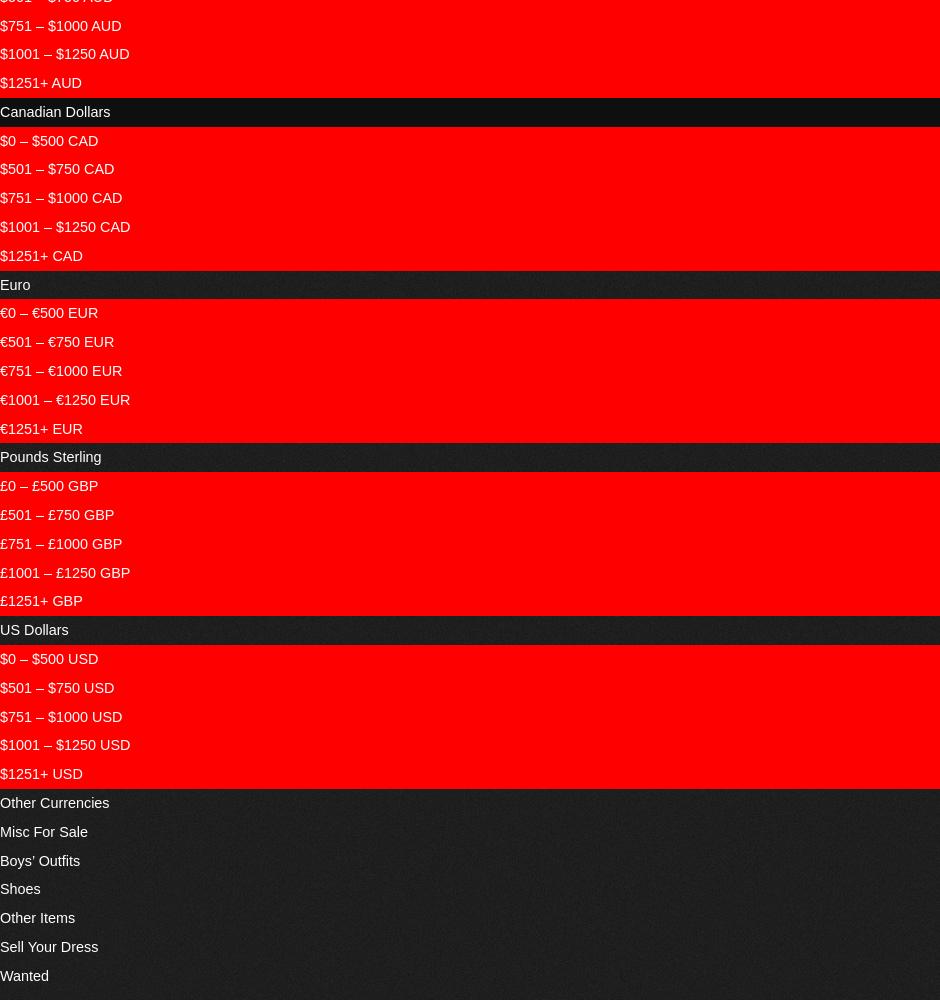  What do you see at coordinates (388, 15) in the screenshot?
I see `'Reviews'` at bounding box center [388, 15].